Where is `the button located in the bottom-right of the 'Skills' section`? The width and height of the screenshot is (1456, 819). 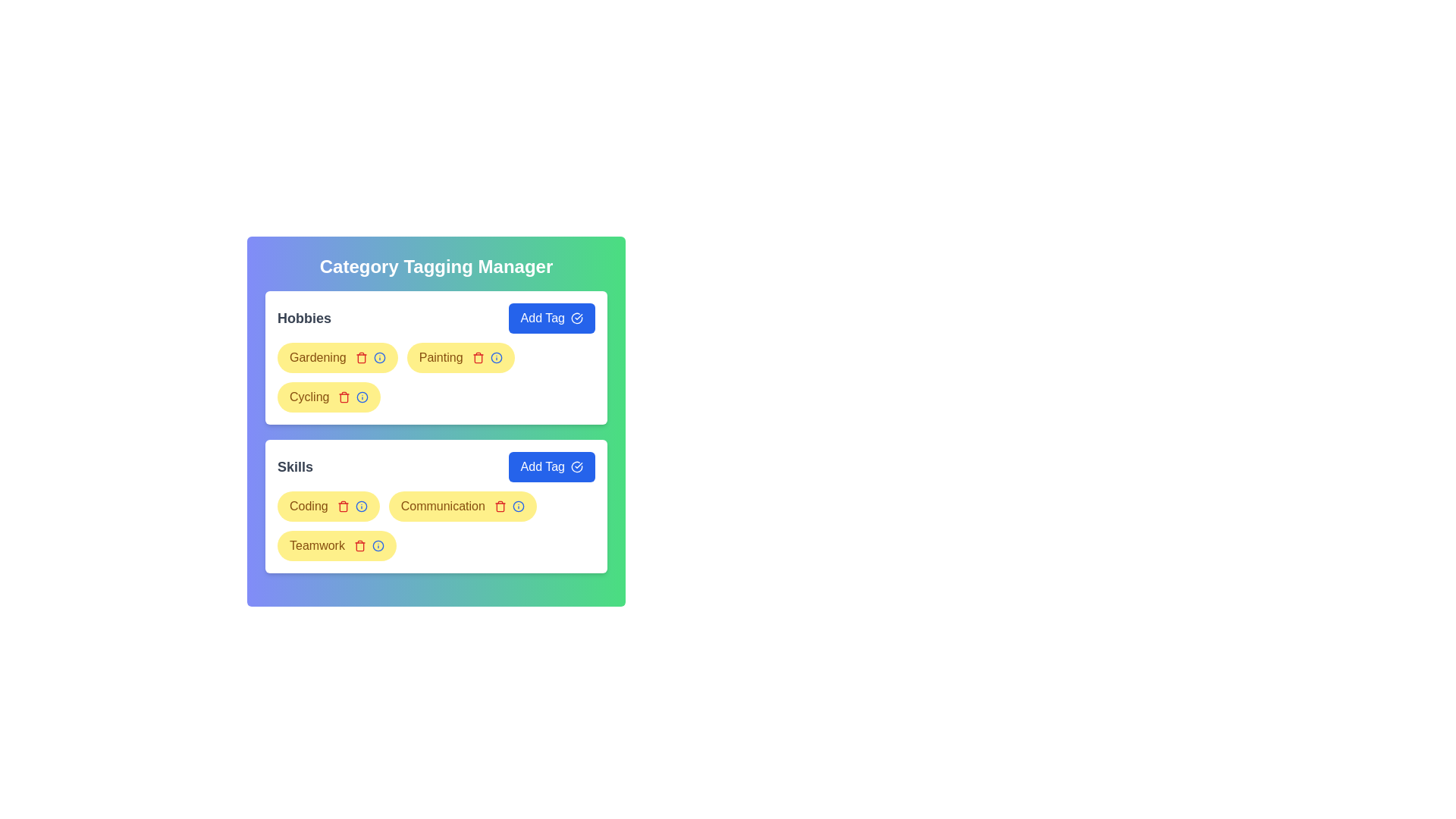 the button located in the bottom-right of the 'Skills' section is located at coordinates (551, 466).